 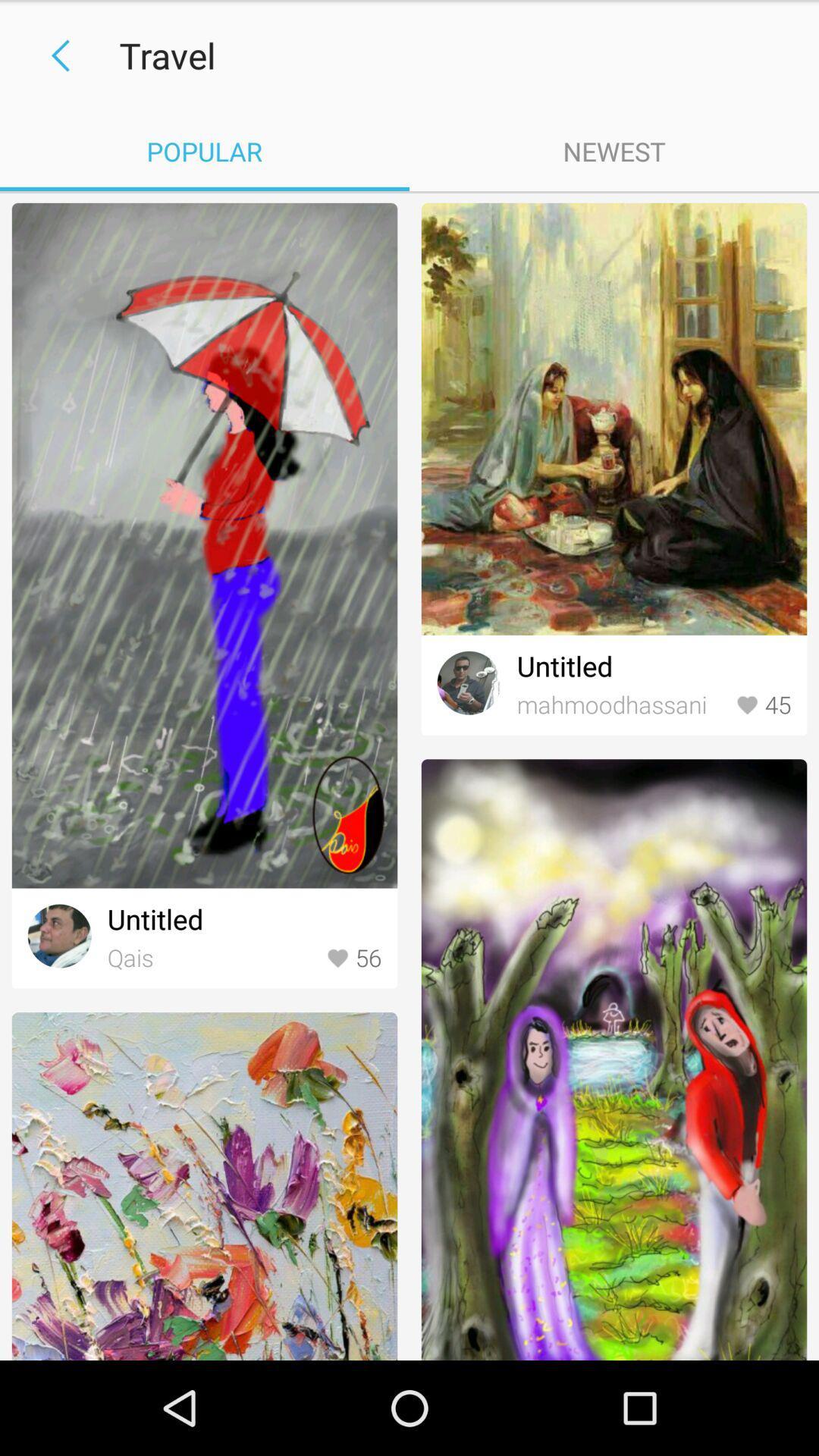 What do you see at coordinates (623, 704) in the screenshot?
I see `the item below untitled icon` at bounding box center [623, 704].